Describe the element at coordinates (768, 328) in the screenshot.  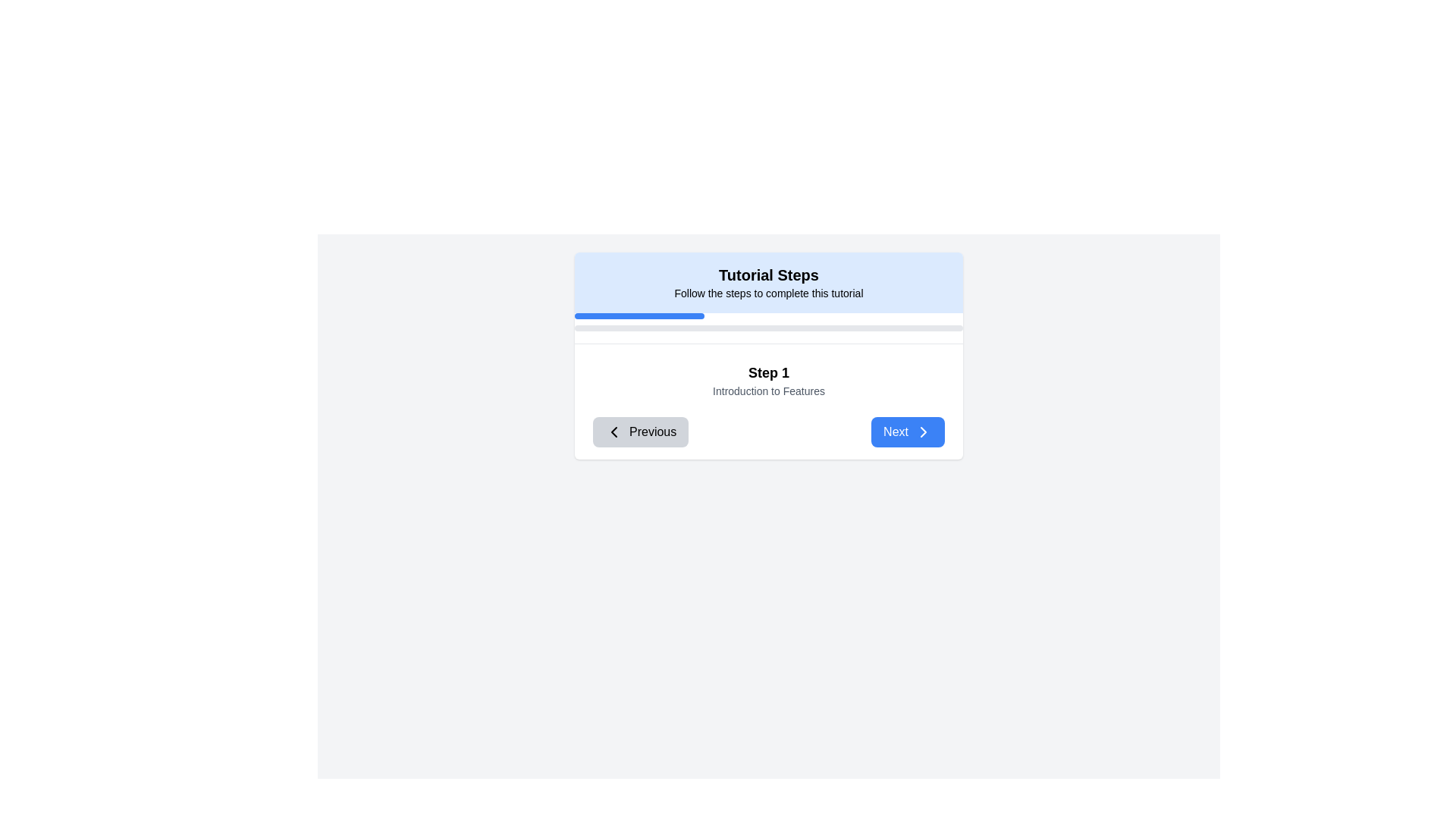
I see `the Progress bar that visually represents the tutorial completion, located centrally in the 'Tutorial Steps' panel` at that location.